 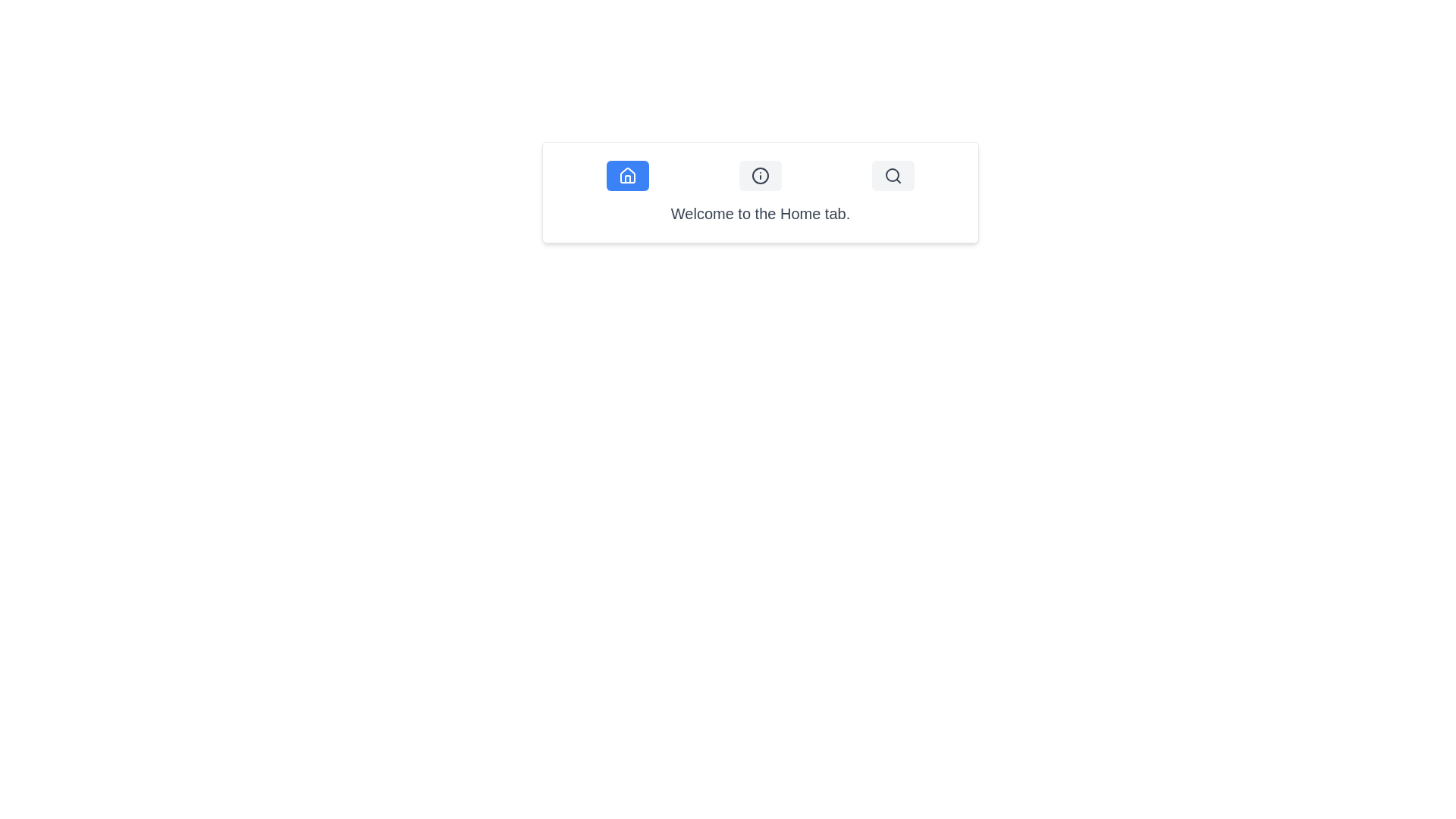 What do you see at coordinates (761, 174) in the screenshot?
I see `the circular outline within the SVG graphic that serves a decorative purpose and contributes to the overall visual representation of an information symbol` at bounding box center [761, 174].